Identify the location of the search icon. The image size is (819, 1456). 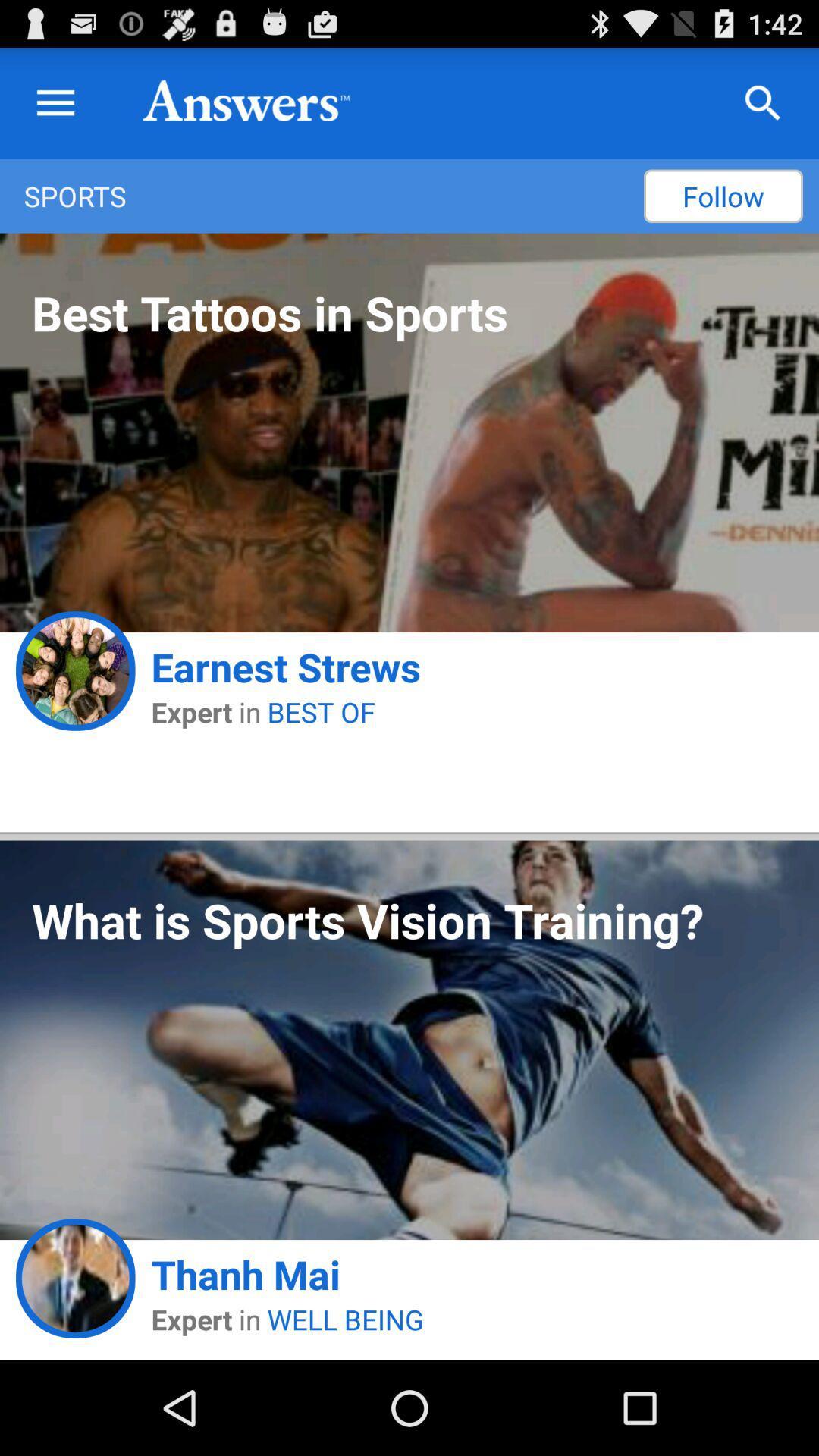
(763, 110).